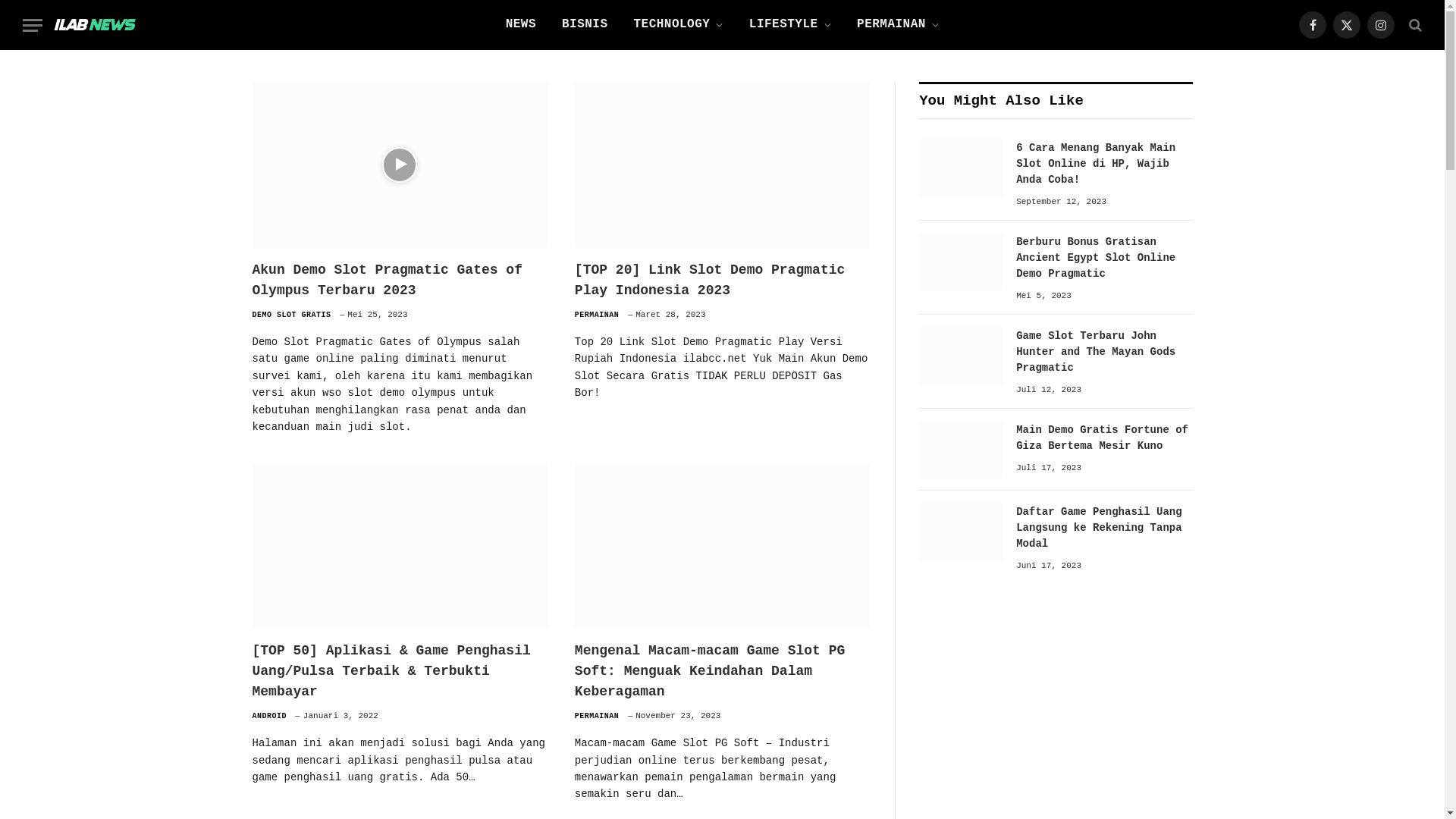  What do you see at coordinates (1380, 25) in the screenshot?
I see `'Instagram'` at bounding box center [1380, 25].